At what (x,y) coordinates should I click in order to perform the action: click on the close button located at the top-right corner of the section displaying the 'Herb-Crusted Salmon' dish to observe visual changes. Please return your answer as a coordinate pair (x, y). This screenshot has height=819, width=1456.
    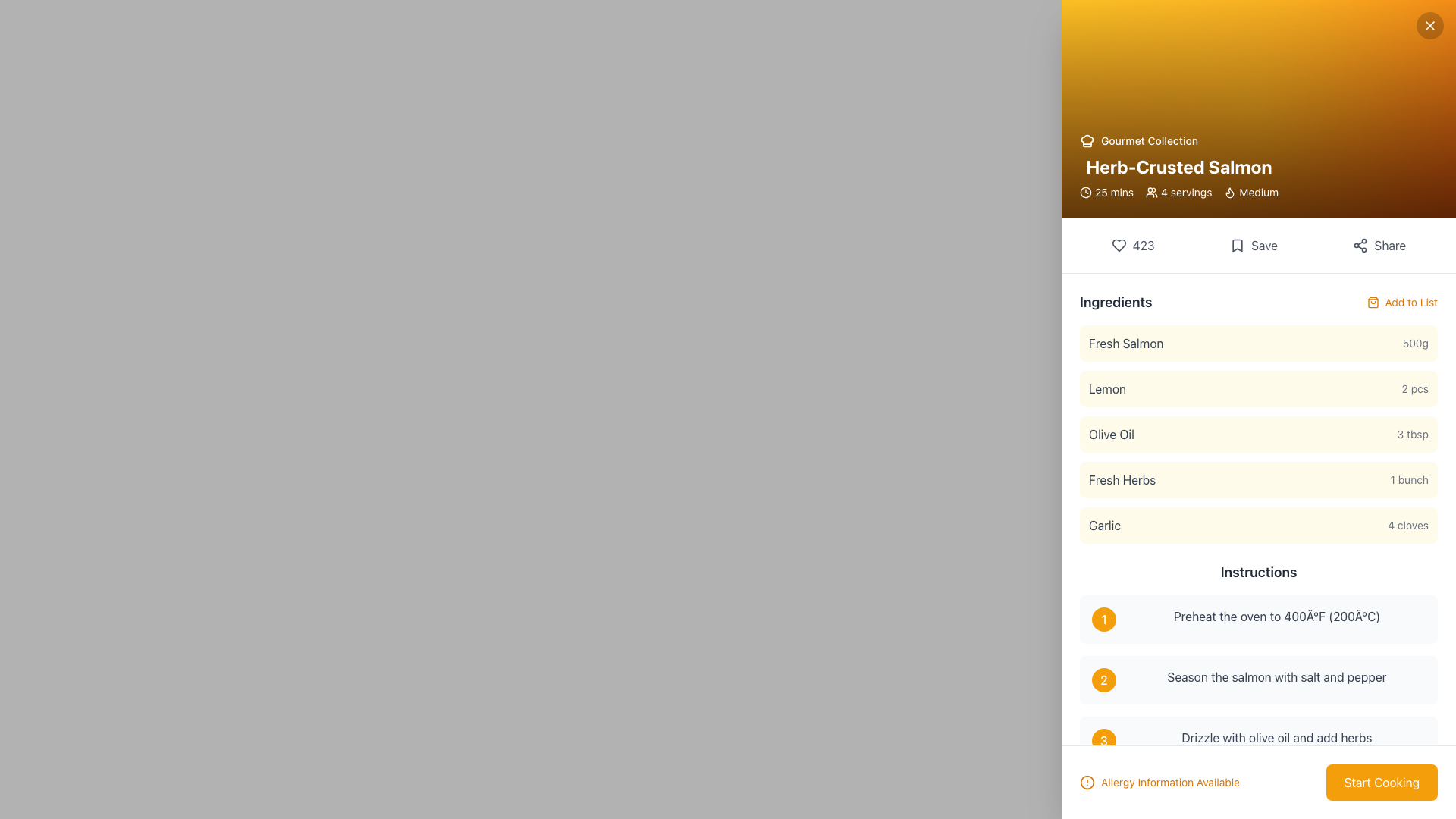
    Looking at the image, I should click on (1429, 26).